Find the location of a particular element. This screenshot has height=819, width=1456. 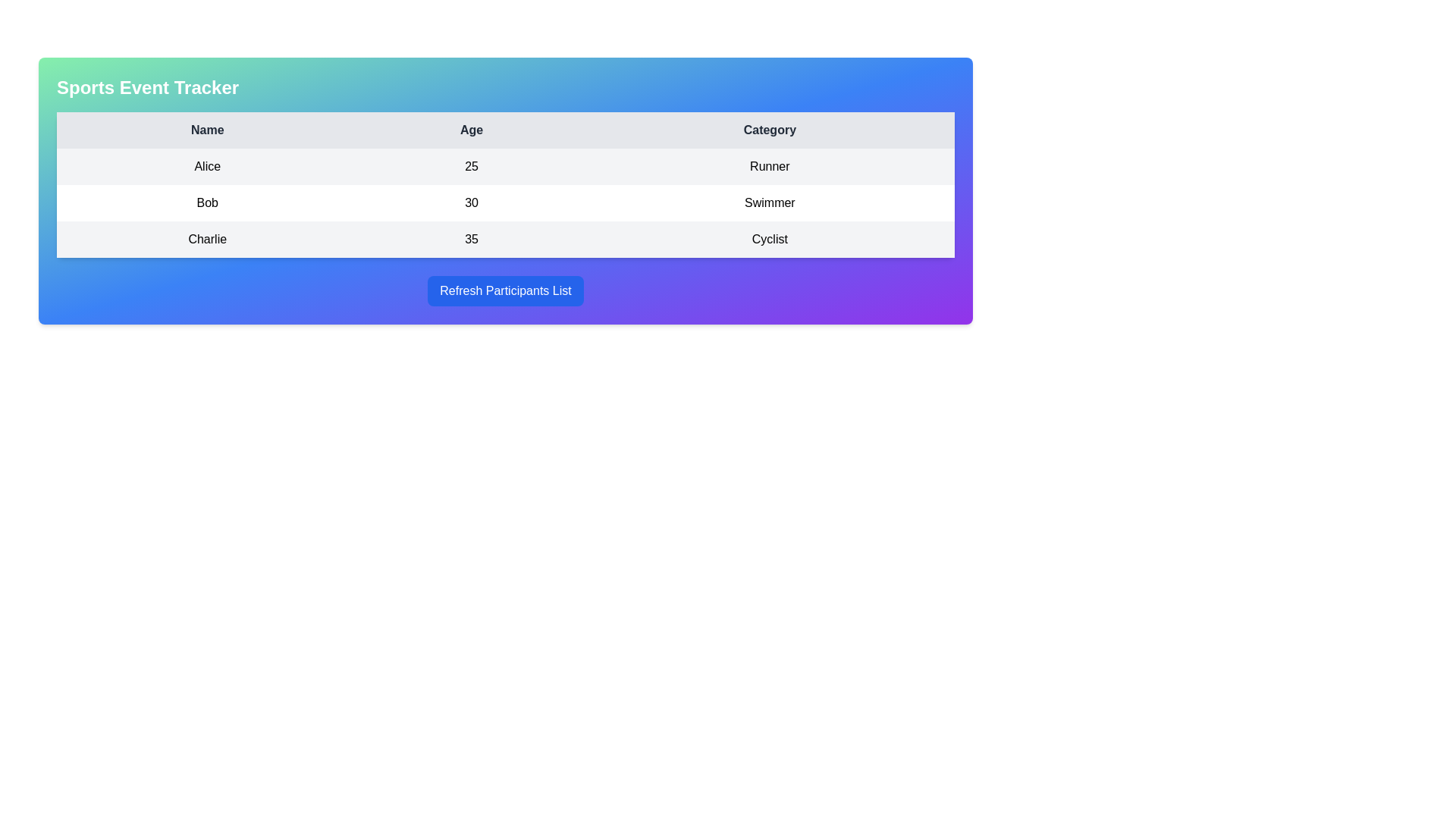

the second row of the table, which contains the data 'Bob', '30', 'Swimmer' is located at coordinates (506, 202).